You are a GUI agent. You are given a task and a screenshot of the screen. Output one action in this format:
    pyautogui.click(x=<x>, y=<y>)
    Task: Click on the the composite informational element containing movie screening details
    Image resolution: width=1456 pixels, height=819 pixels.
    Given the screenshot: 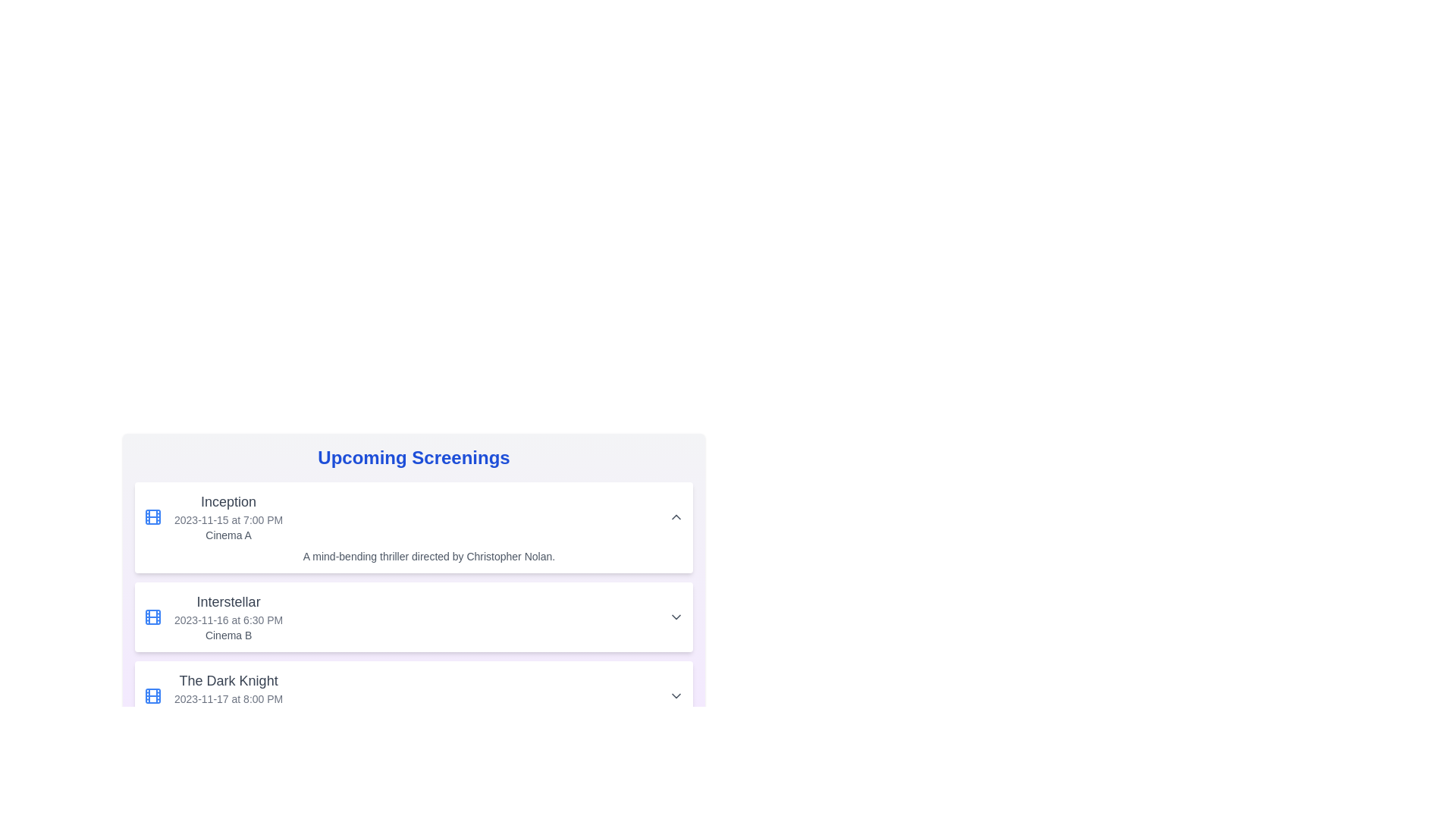 What is the action you would take?
    pyautogui.click(x=212, y=617)
    